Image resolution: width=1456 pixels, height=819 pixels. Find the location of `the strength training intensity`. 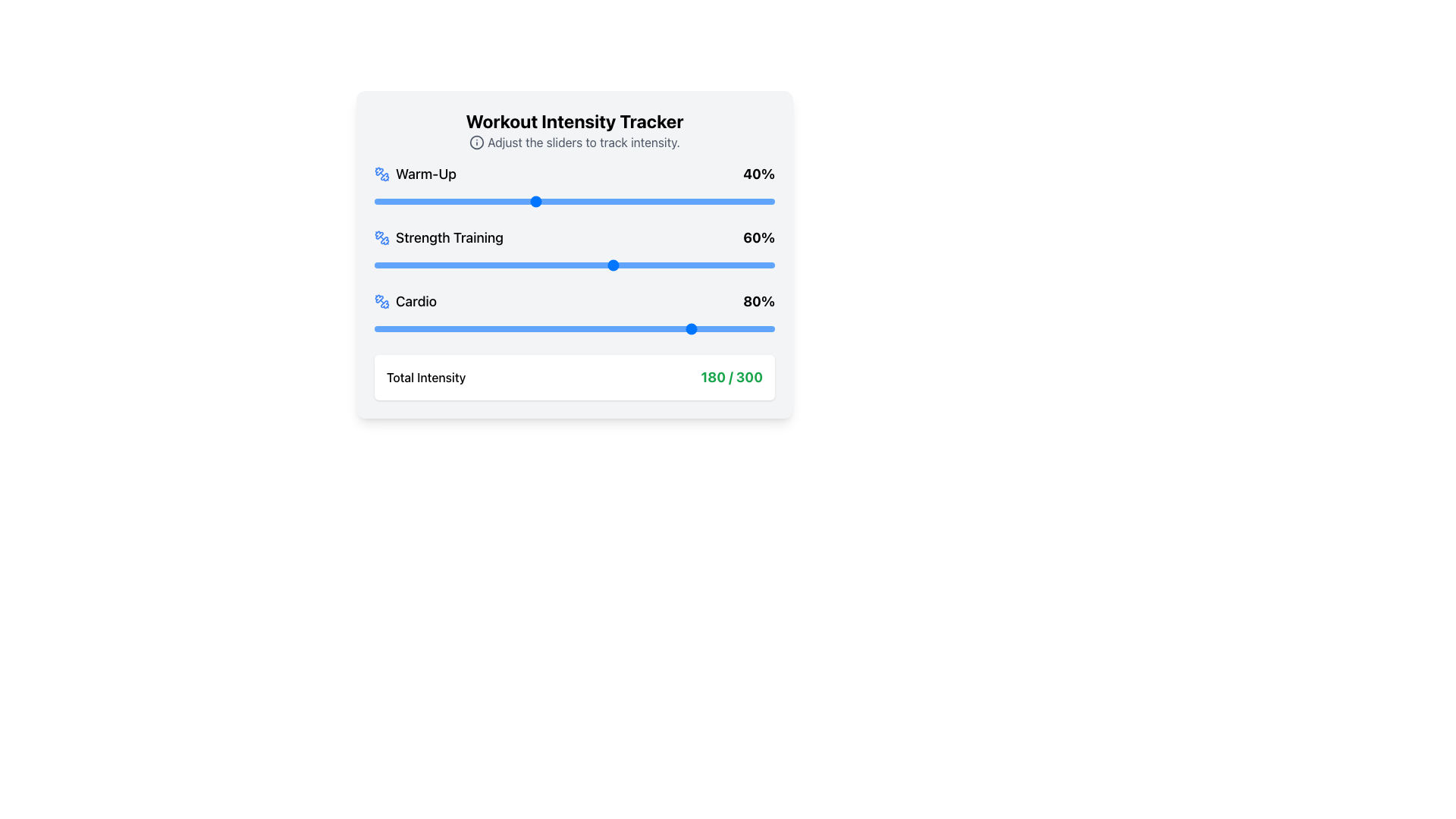

the strength training intensity is located at coordinates (526, 265).